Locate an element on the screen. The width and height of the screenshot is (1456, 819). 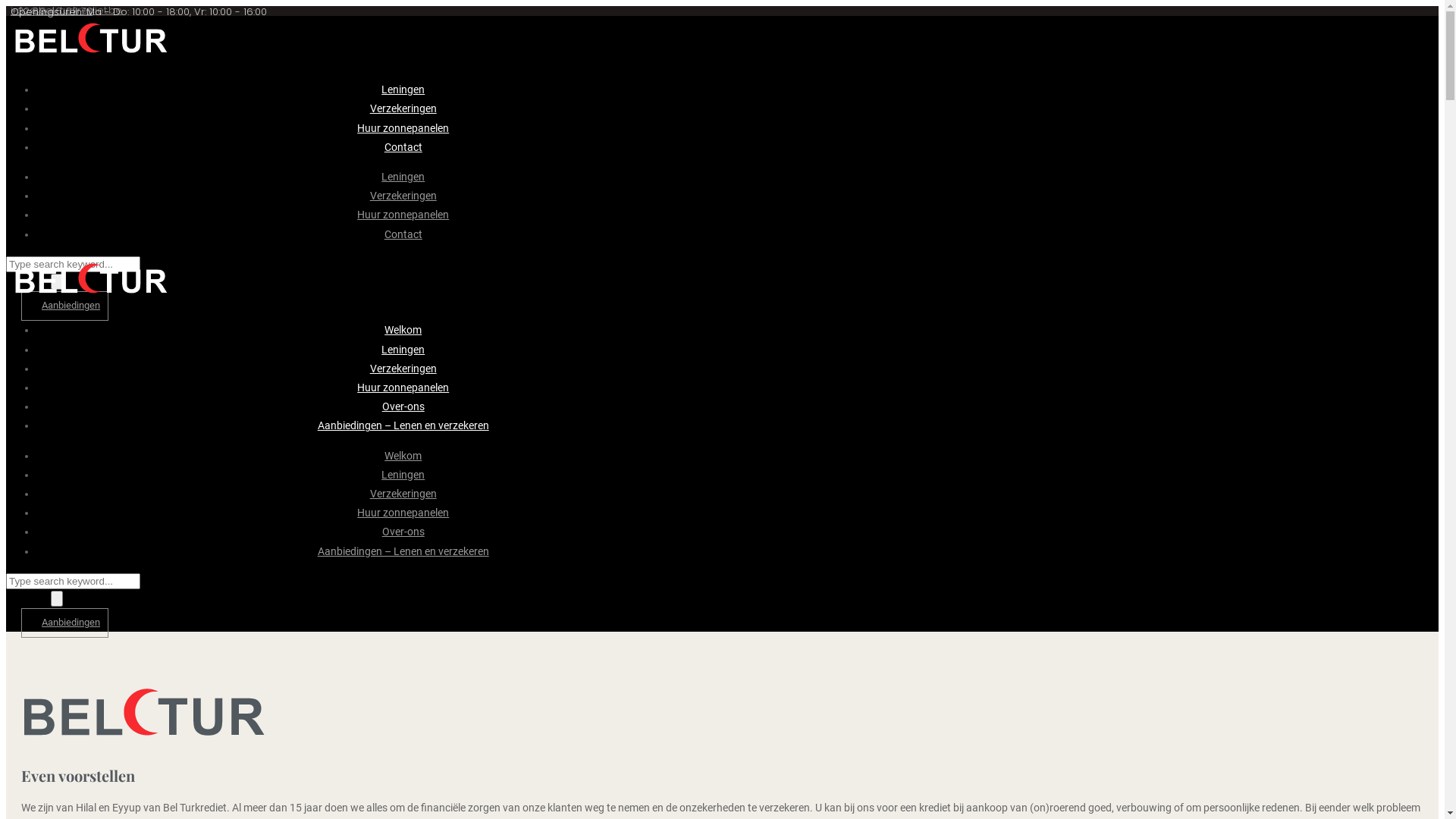
'Huur zonnepanelen' is located at coordinates (403, 386).